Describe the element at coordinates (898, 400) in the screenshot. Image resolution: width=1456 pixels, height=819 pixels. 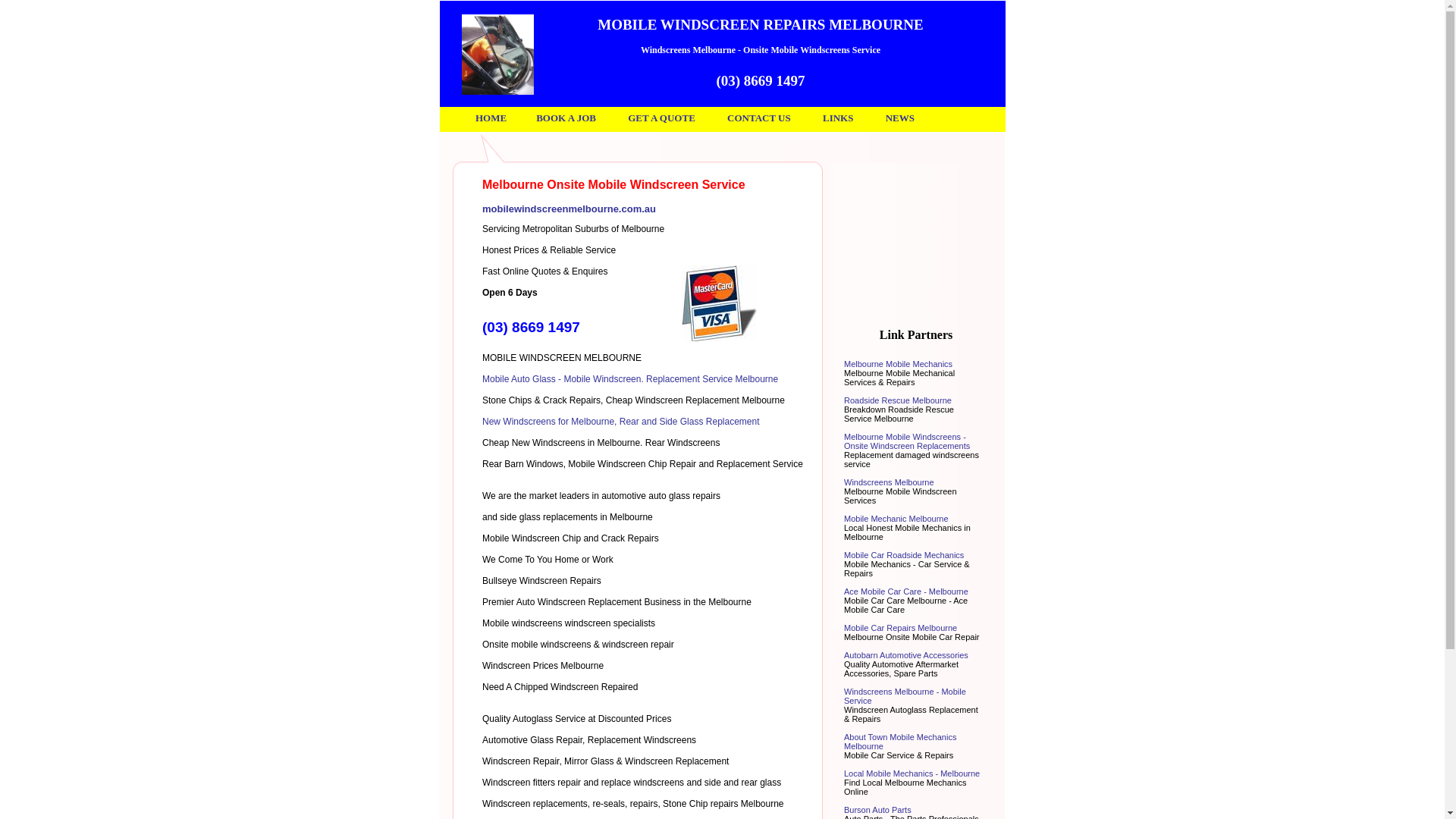
I see `'Roadside Rescue Melbourne'` at that location.